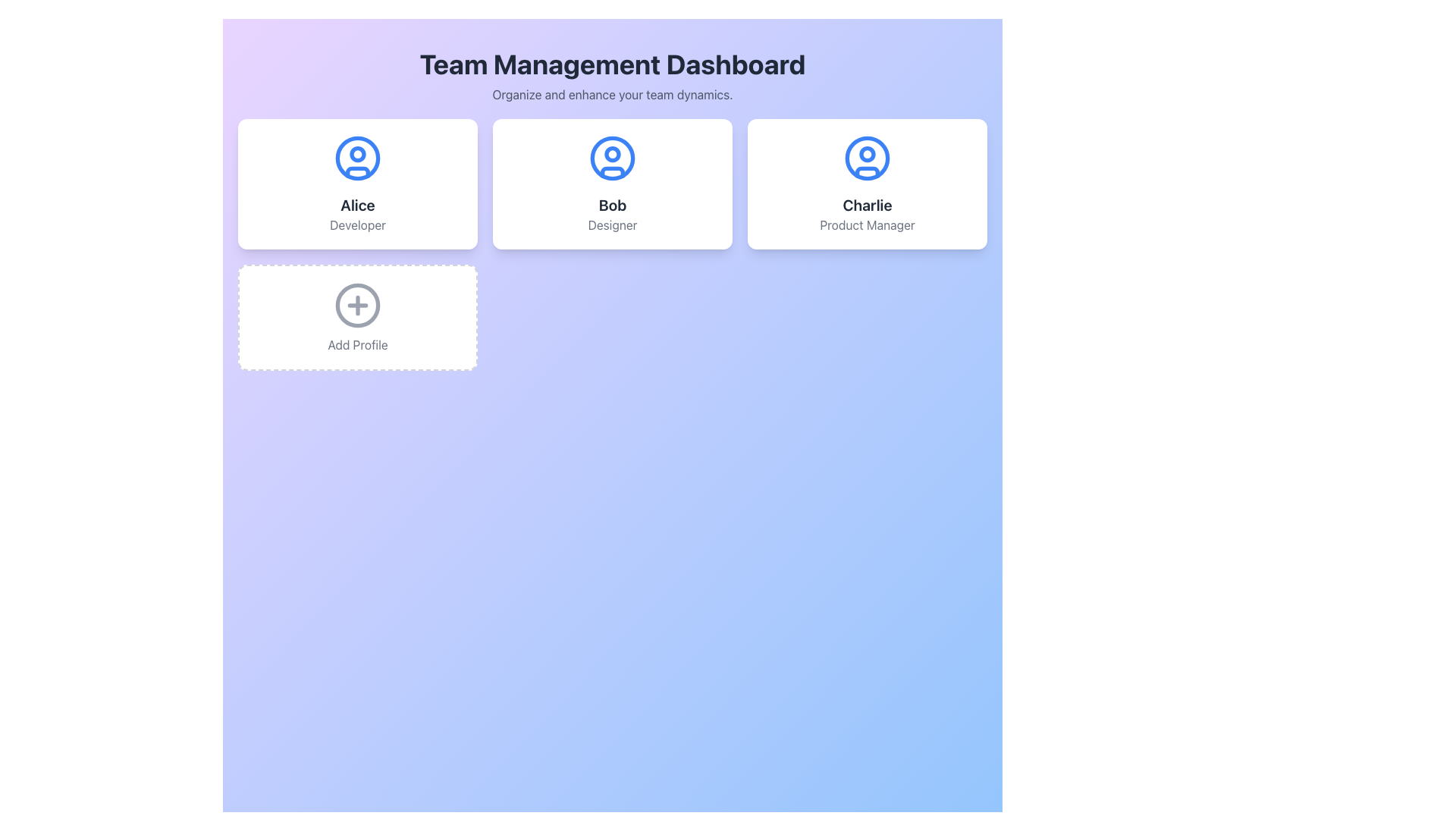 The width and height of the screenshot is (1456, 819). Describe the element at coordinates (612, 94) in the screenshot. I see `the text label displaying 'Organize and enhance your team dynamics.' which is located below the main heading 'Team Management Dashboard.'` at that location.